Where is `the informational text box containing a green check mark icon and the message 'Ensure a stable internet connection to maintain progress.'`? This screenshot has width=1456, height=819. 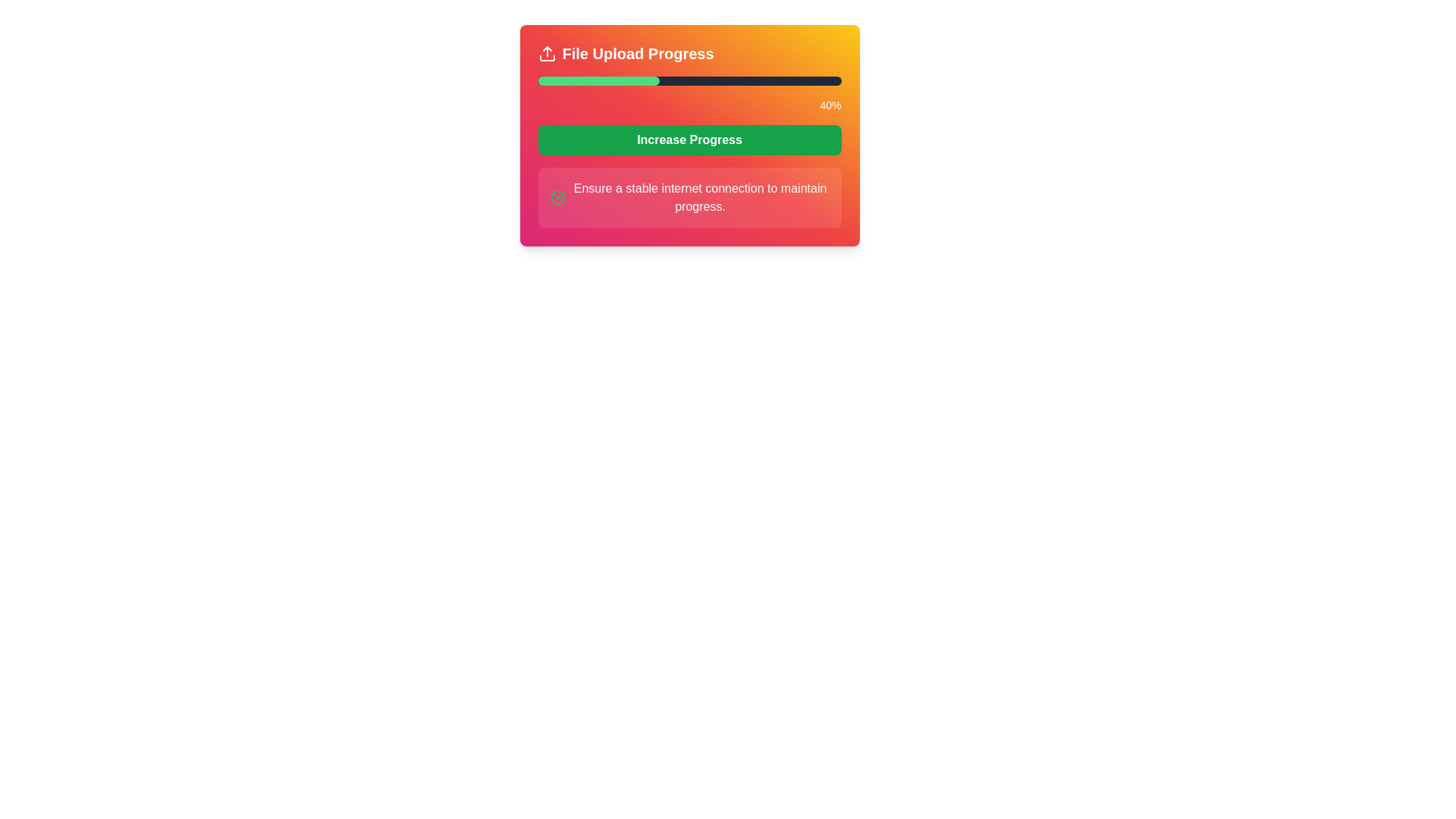 the informational text box containing a green check mark icon and the message 'Ensure a stable internet connection to maintain progress.' is located at coordinates (689, 197).